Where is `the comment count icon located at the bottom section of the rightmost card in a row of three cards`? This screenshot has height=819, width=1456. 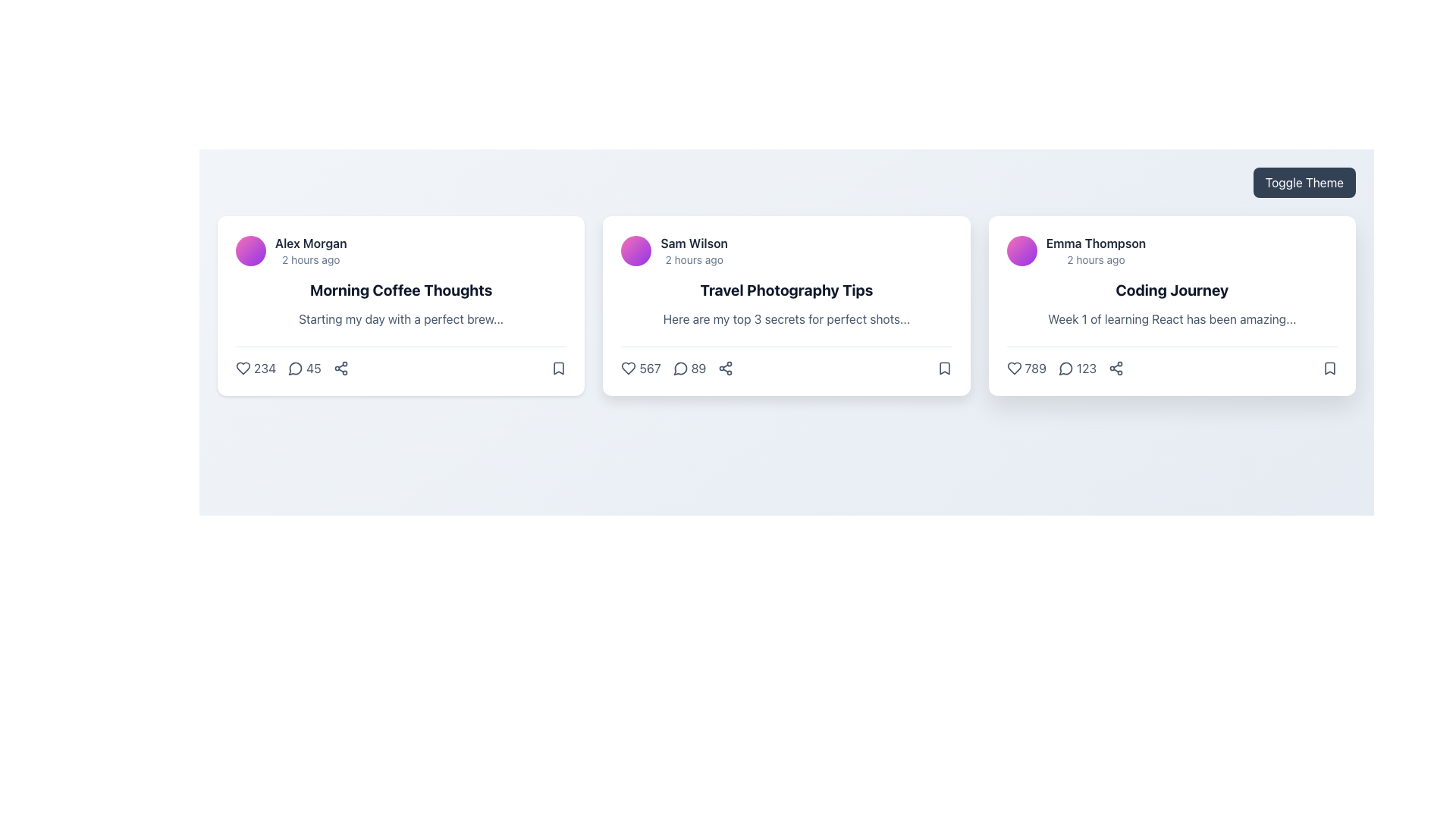 the comment count icon located at the bottom section of the rightmost card in a row of three cards is located at coordinates (1077, 369).